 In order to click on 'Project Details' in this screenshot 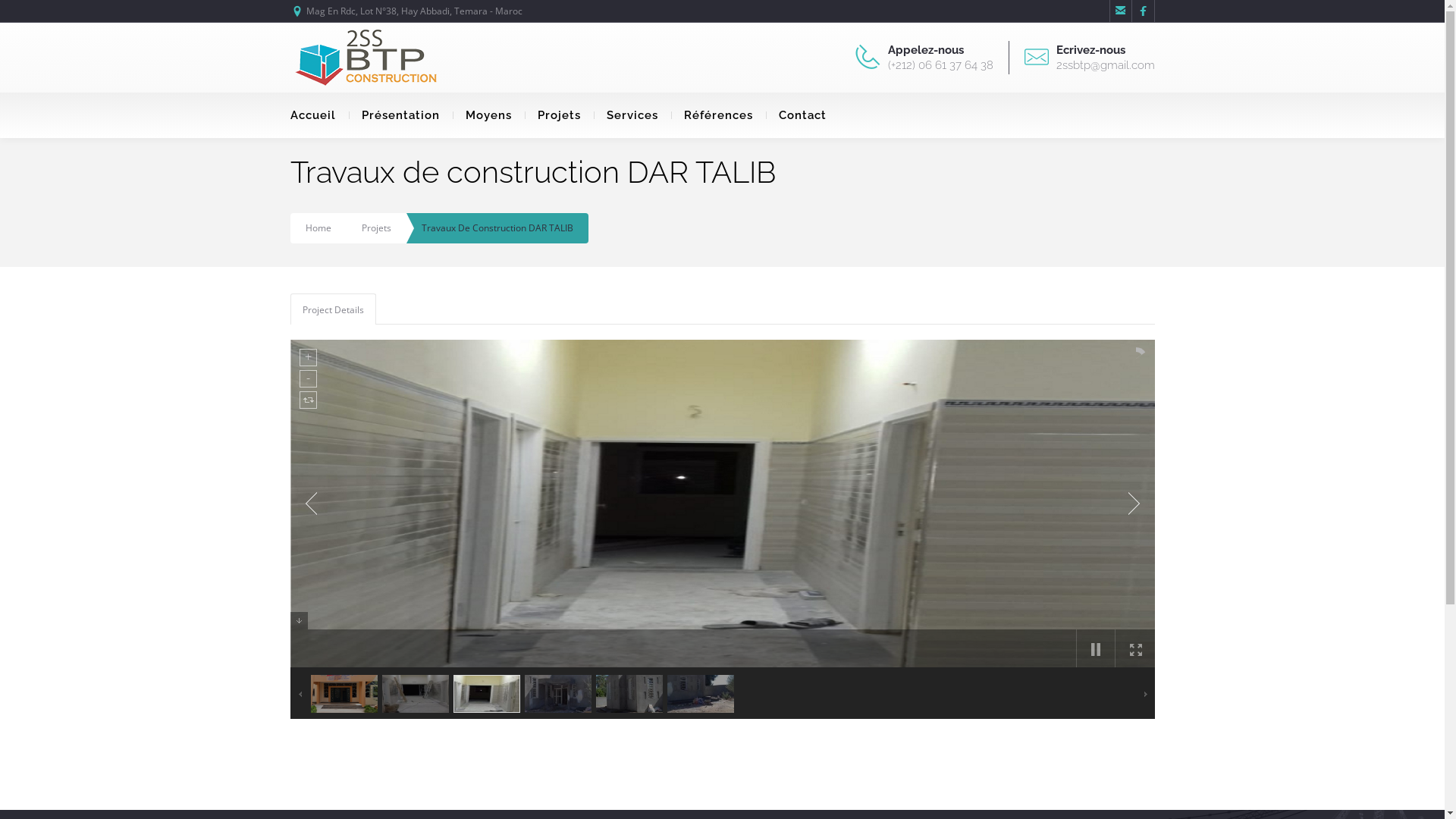, I will do `click(291, 309)`.